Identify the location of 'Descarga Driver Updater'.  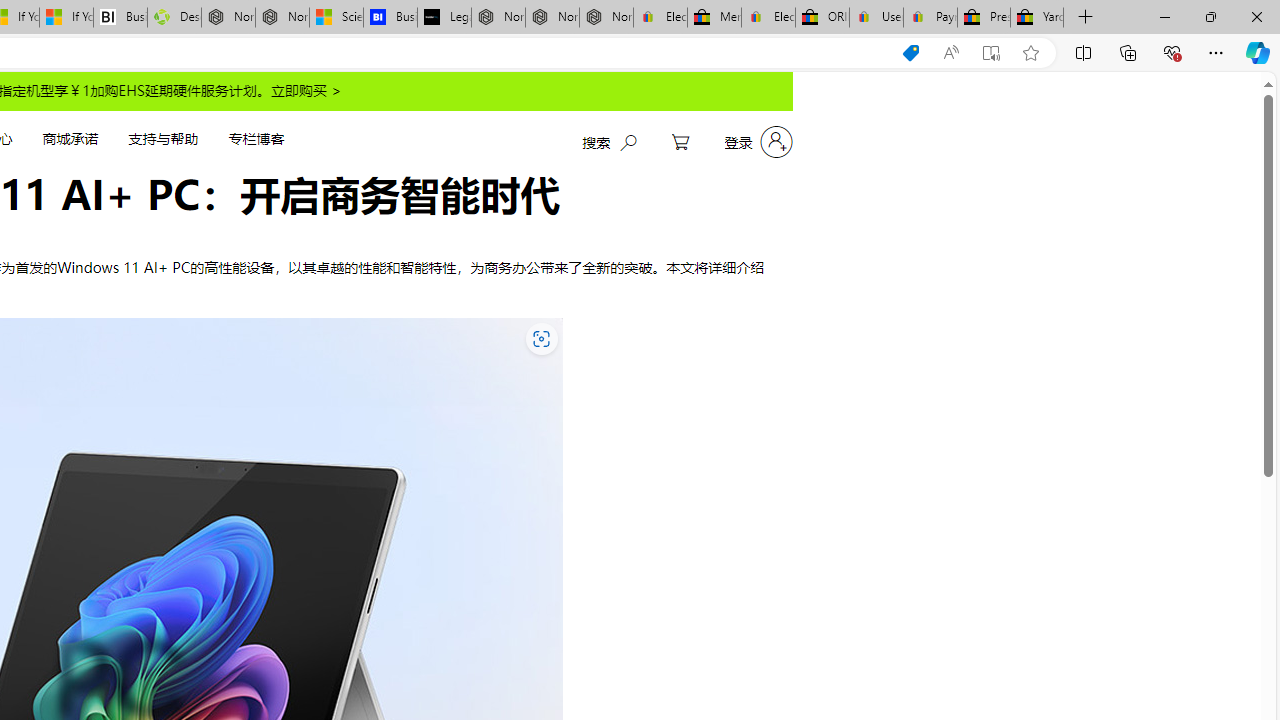
(174, 17).